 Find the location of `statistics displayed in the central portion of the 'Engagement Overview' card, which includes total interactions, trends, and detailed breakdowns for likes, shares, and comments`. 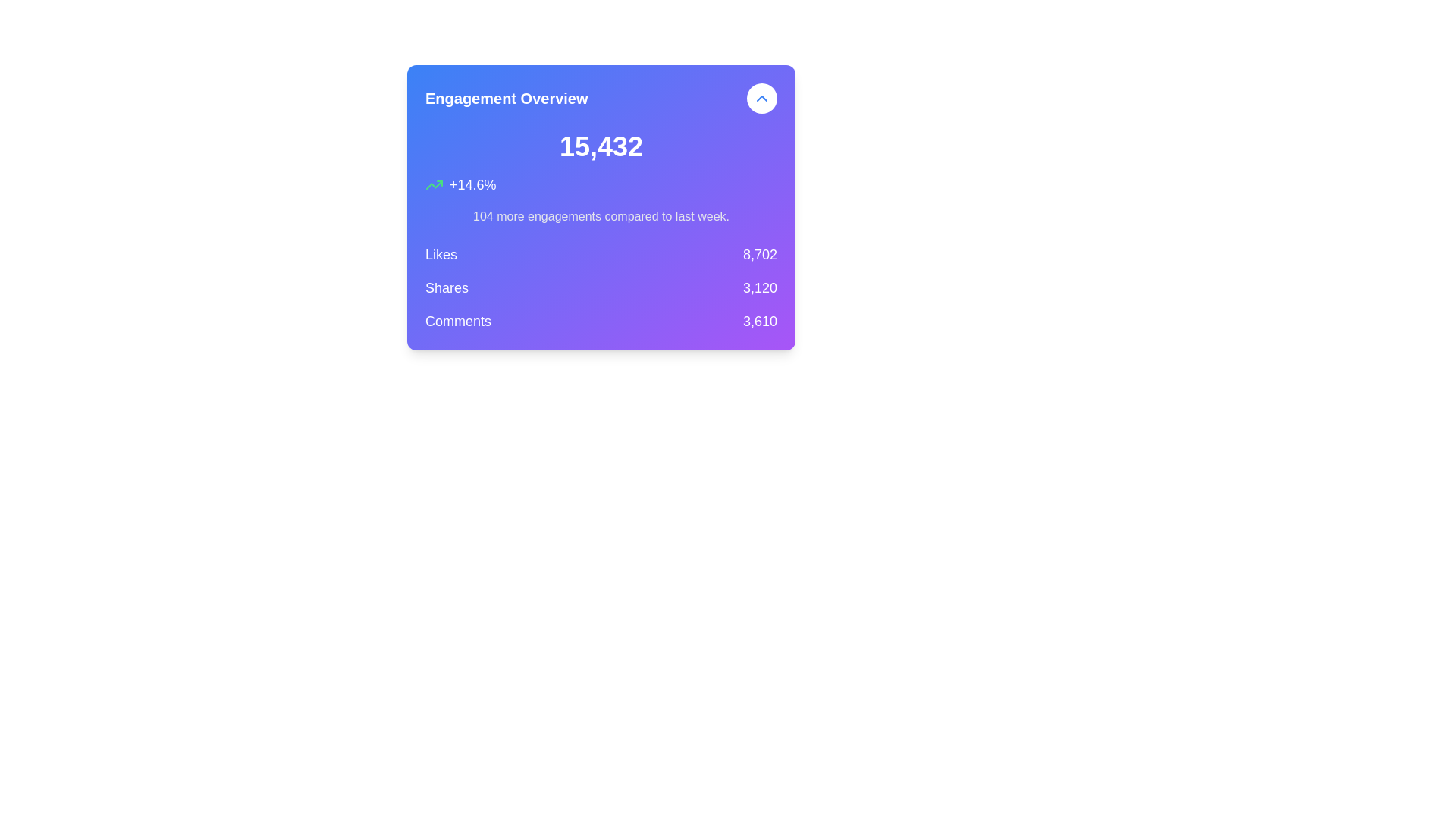

statistics displayed in the central portion of the 'Engagement Overview' card, which includes total interactions, trends, and detailed breakdowns for likes, shares, and comments is located at coordinates (600, 231).